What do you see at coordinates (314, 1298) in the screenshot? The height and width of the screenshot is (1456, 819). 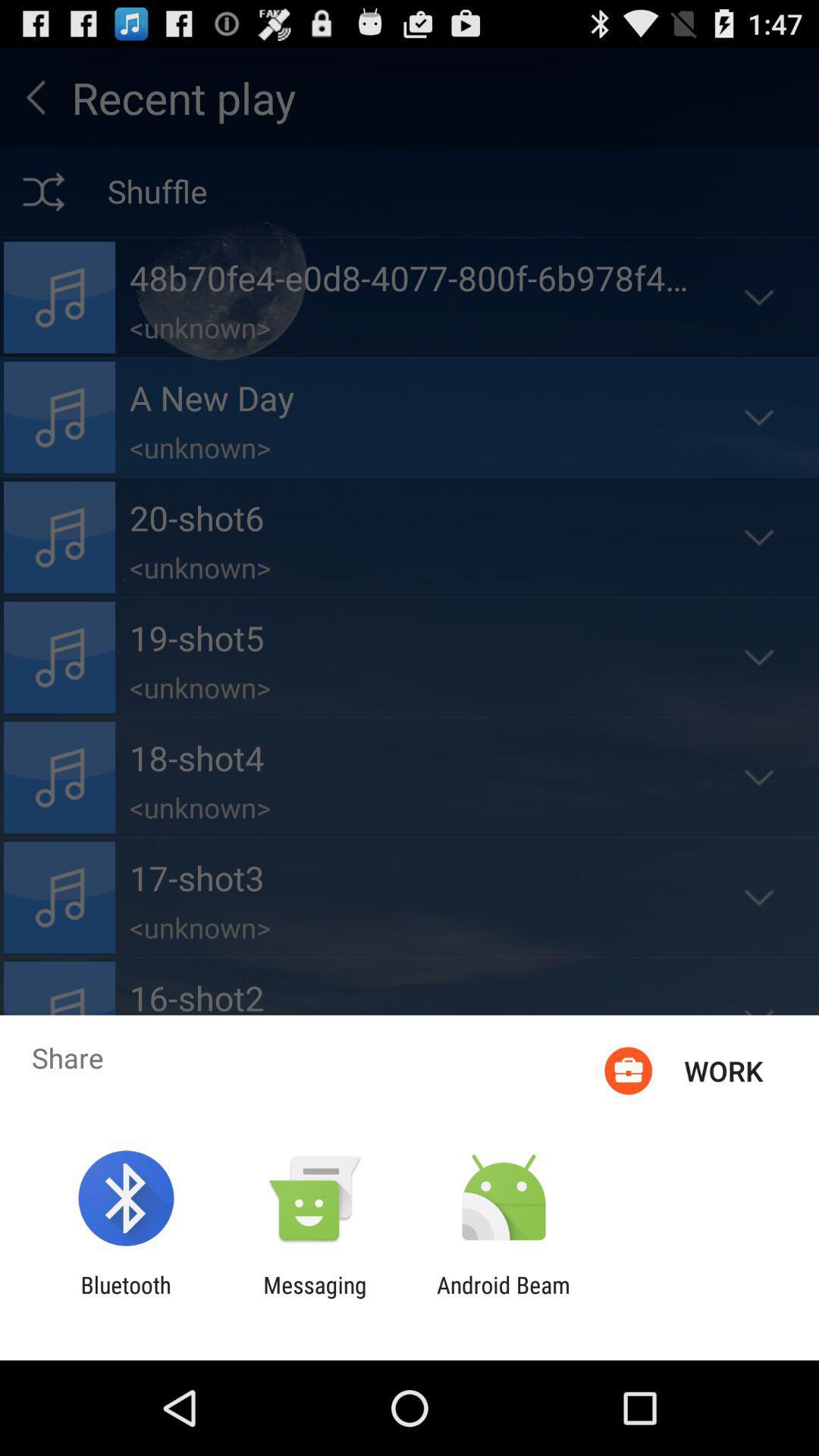 I see `the messaging app` at bounding box center [314, 1298].